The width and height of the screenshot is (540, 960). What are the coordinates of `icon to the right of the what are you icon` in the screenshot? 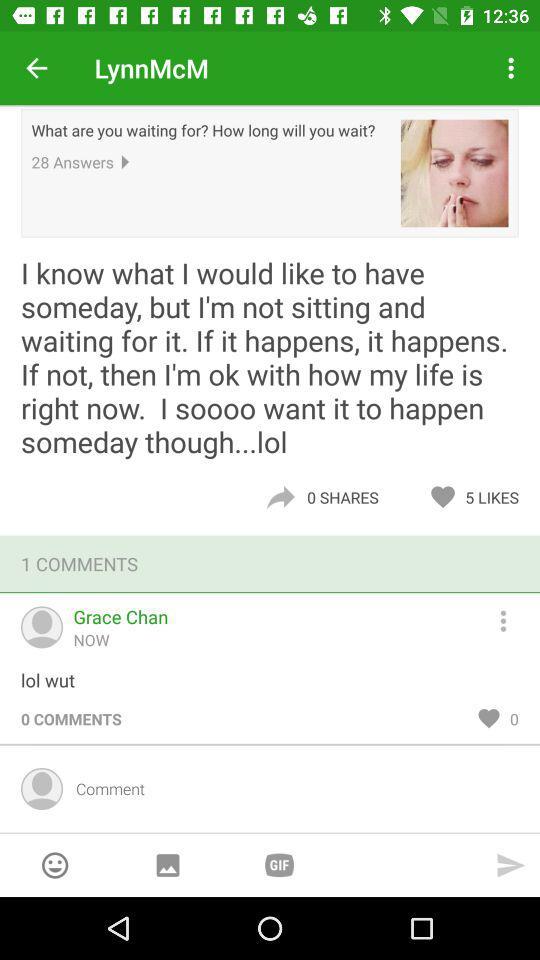 It's located at (454, 172).